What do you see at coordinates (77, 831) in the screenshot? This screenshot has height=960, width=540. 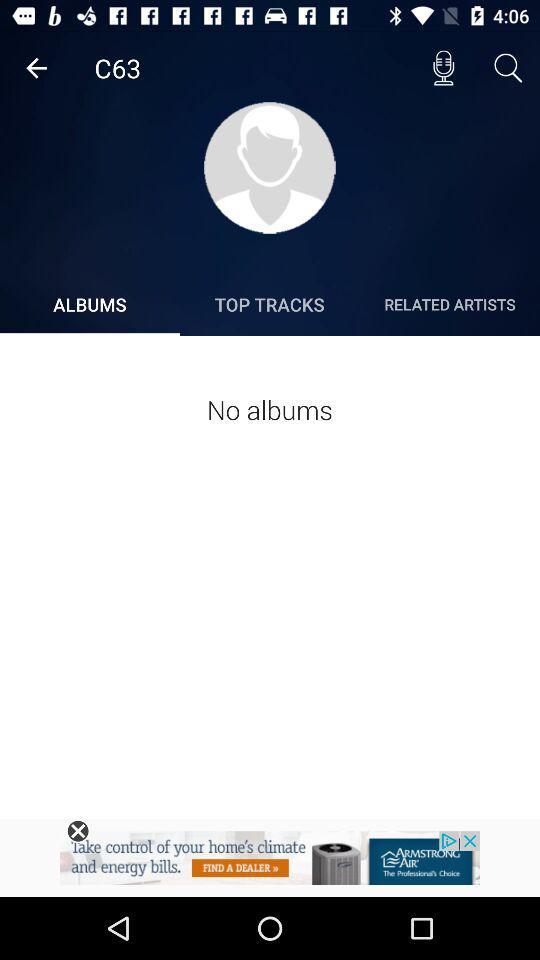 I see `the close icon` at bounding box center [77, 831].